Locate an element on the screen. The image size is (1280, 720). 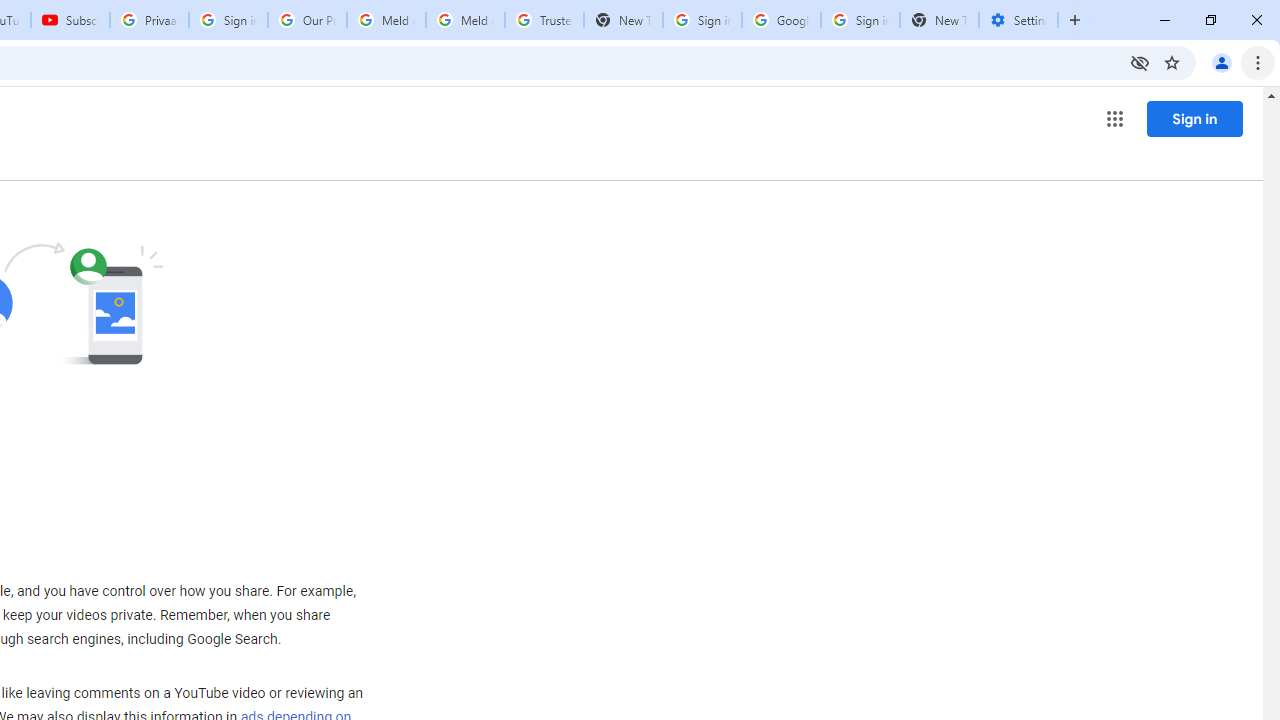
'Subscriptions - YouTube' is located at coordinates (70, 20).